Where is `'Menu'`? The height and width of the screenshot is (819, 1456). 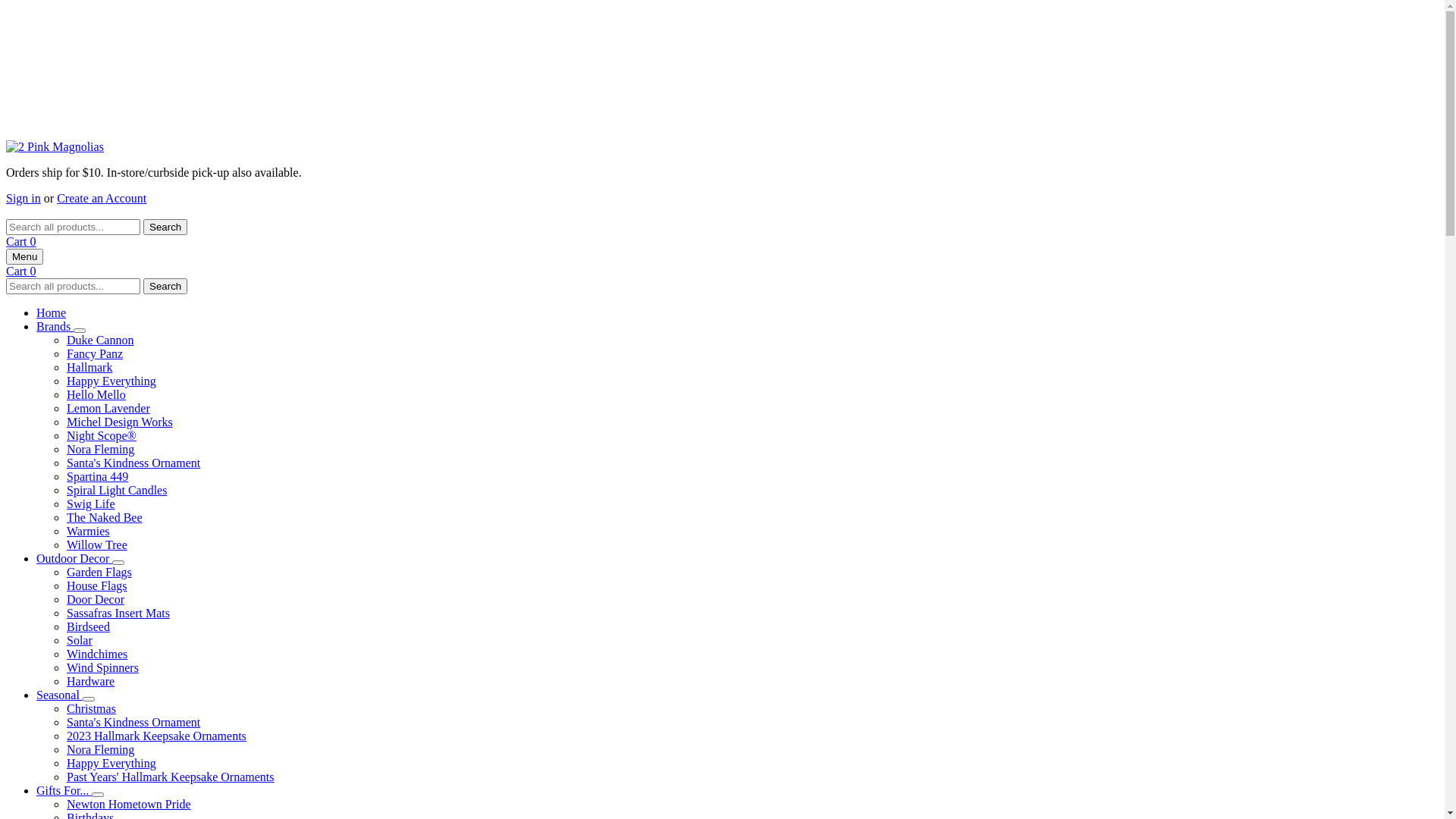 'Menu' is located at coordinates (24, 256).